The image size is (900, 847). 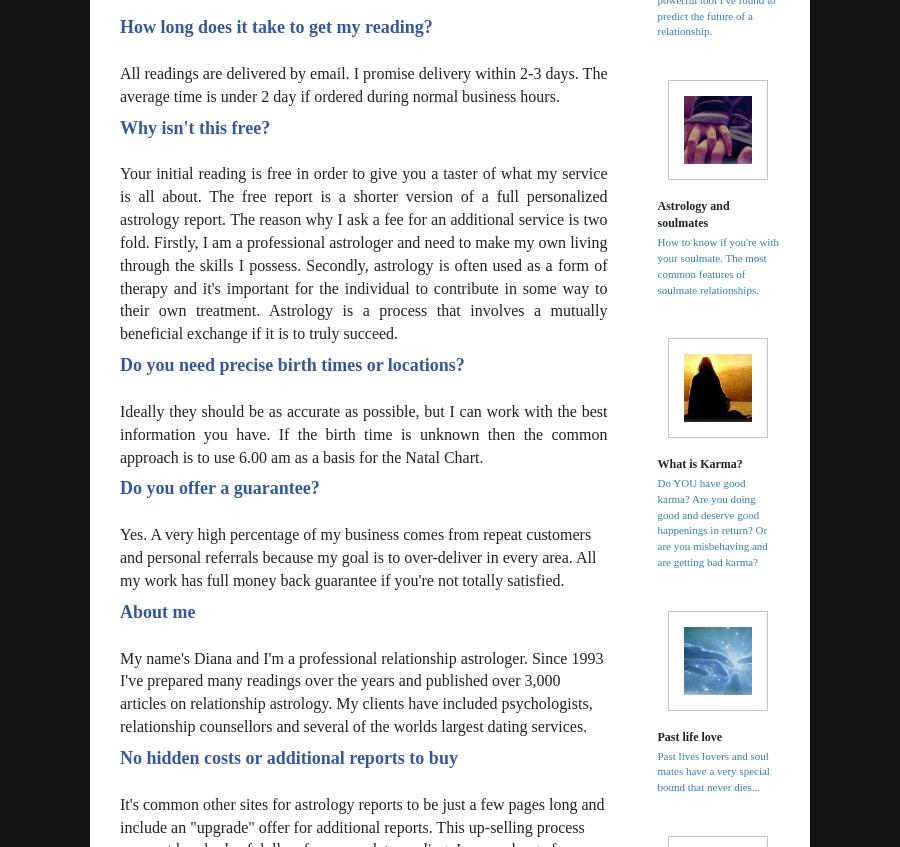 What do you see at coordinates (363, 252) in the screenshot?
I see `'Your initial reading is free in order to give you a taster of what my service is all about. The free

report is a shorter version of a full personalized astrology report. The reason why I ask

a fee for an additional service is two fold. Firstly, I am a professional astrologer and need to make

my own living through the skills I possess. Secondly, astrology is often used as a form of therapy

and it's important for the individual to contribute in some way to their own treatment. Astrology is

a process that involves a mutually beneficial exchange if it is to truly succeed.'` at bounding box center [363, 252].